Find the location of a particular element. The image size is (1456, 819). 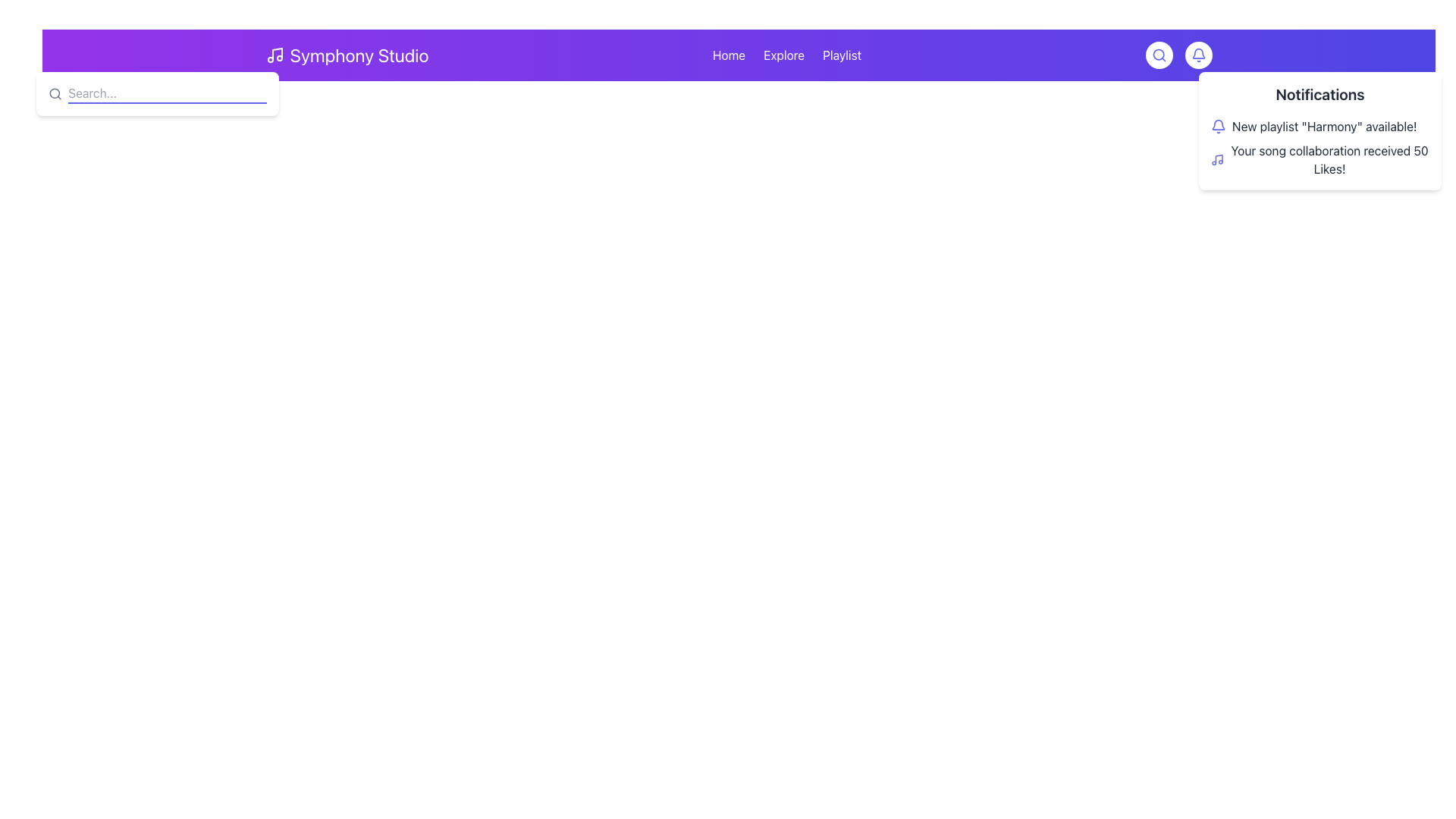

text from the notifications dropdown menu that informs the user about the availability of a new playlist called 'Harmony', located below the bell icon is located at coordinates (1323, 125).